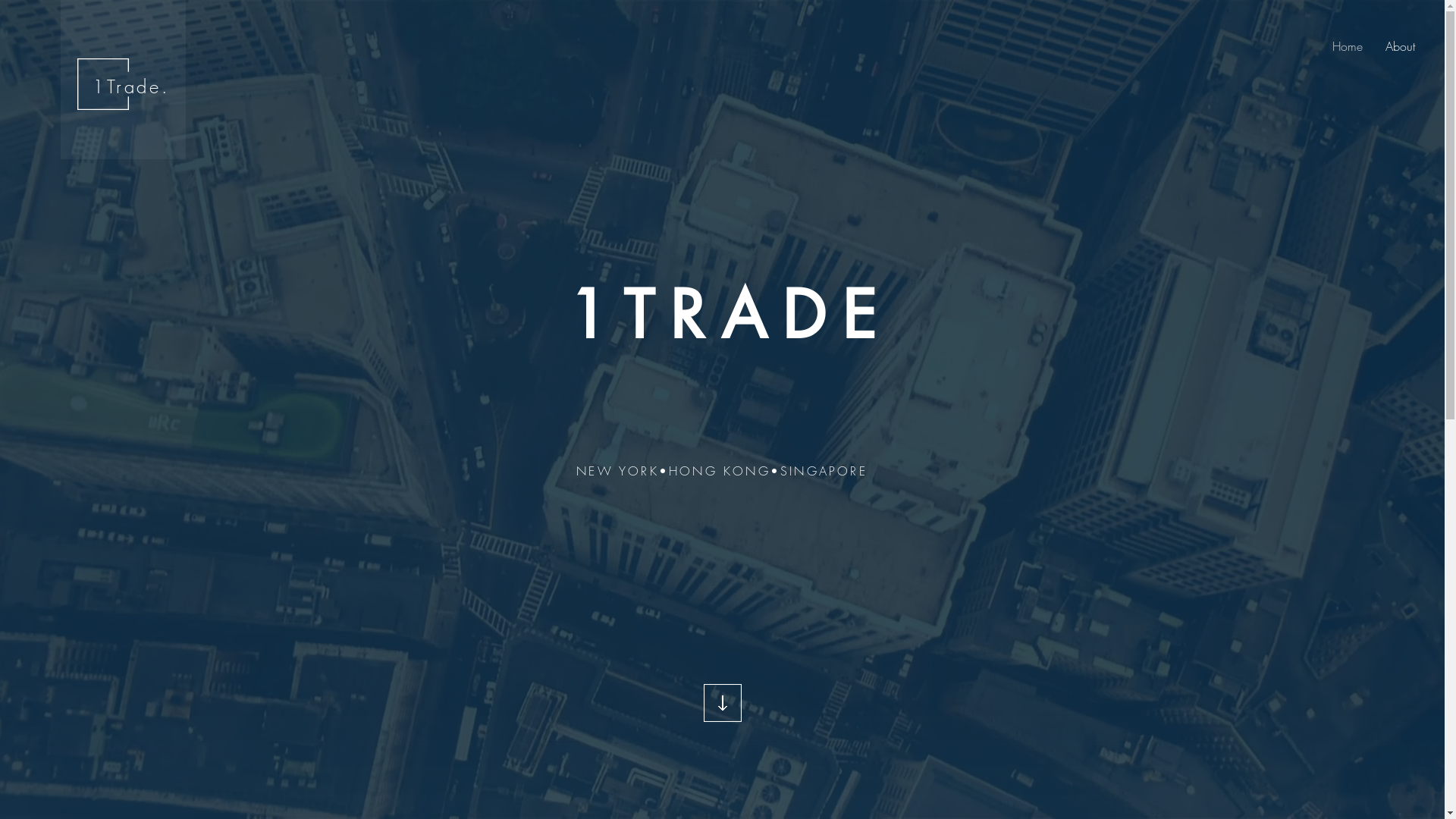 The height and width of the screenshot is (819, 1456). What do you see at coordinates (130, 86) in the screenshot?
I see `'1Trade.'` at bounding box center [130, 86].